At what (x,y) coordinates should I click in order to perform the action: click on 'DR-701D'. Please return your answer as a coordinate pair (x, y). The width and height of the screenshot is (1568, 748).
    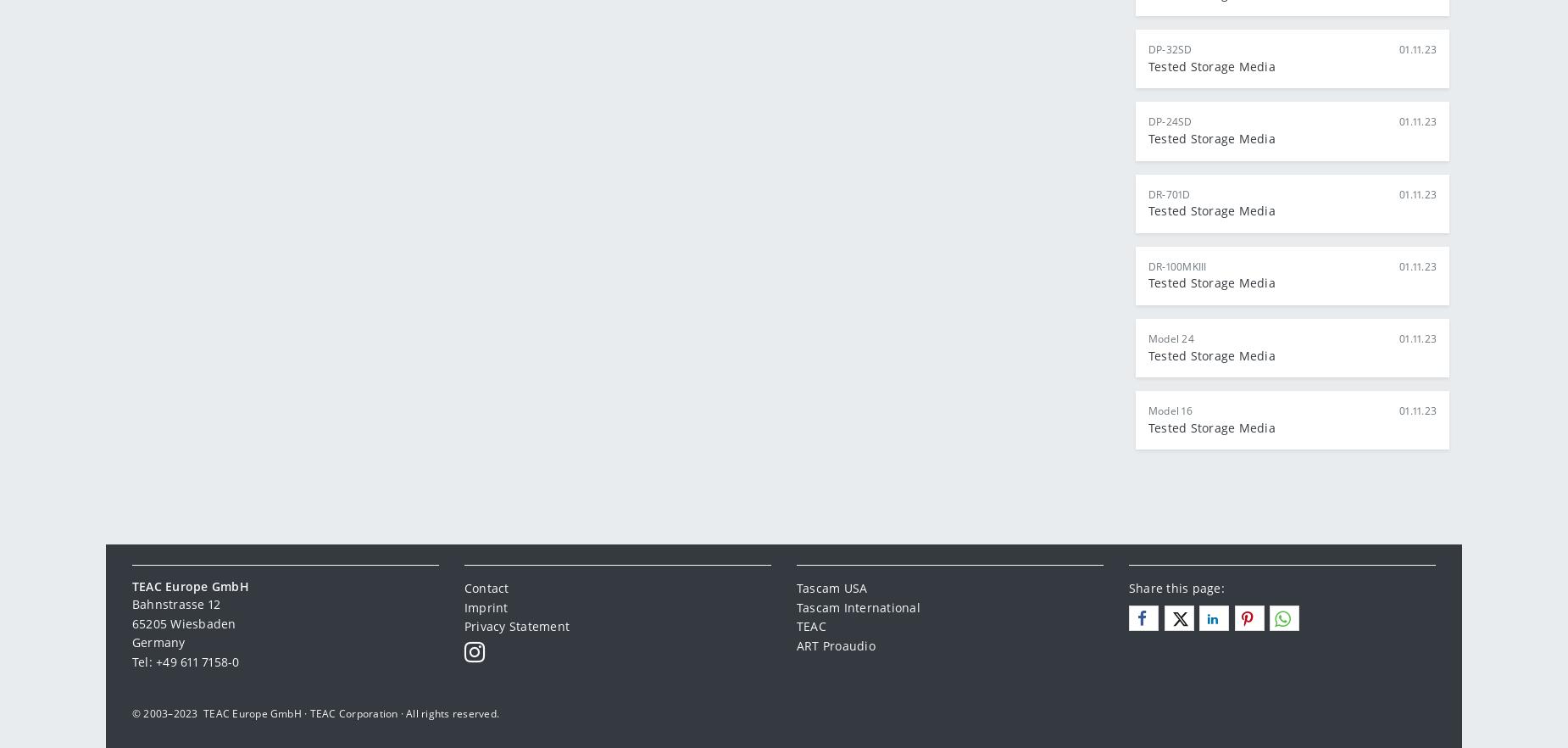
    Looking at the image, I should click on (1168, 193).